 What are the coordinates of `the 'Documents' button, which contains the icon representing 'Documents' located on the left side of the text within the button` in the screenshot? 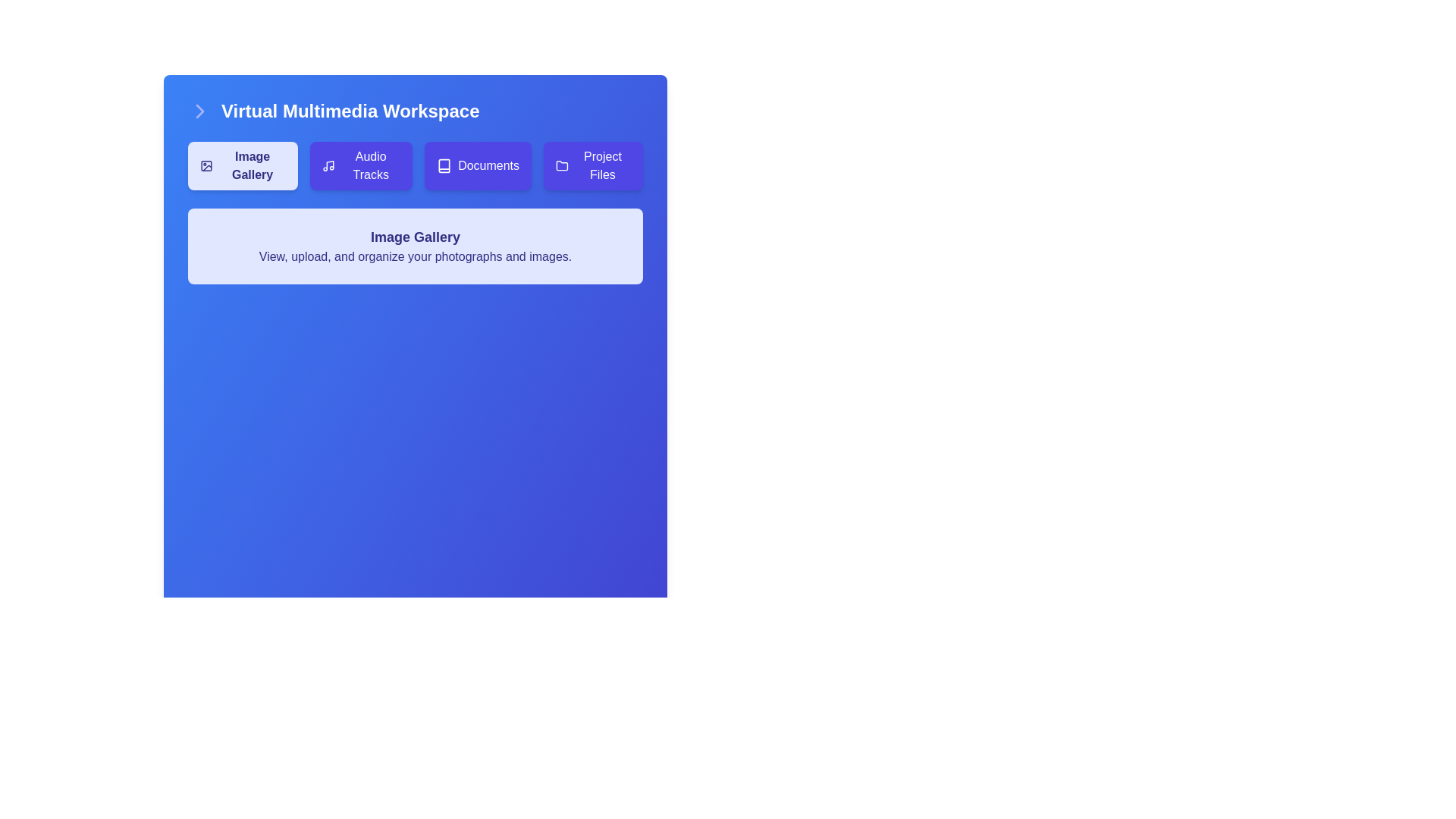 It's located at (444, 166).